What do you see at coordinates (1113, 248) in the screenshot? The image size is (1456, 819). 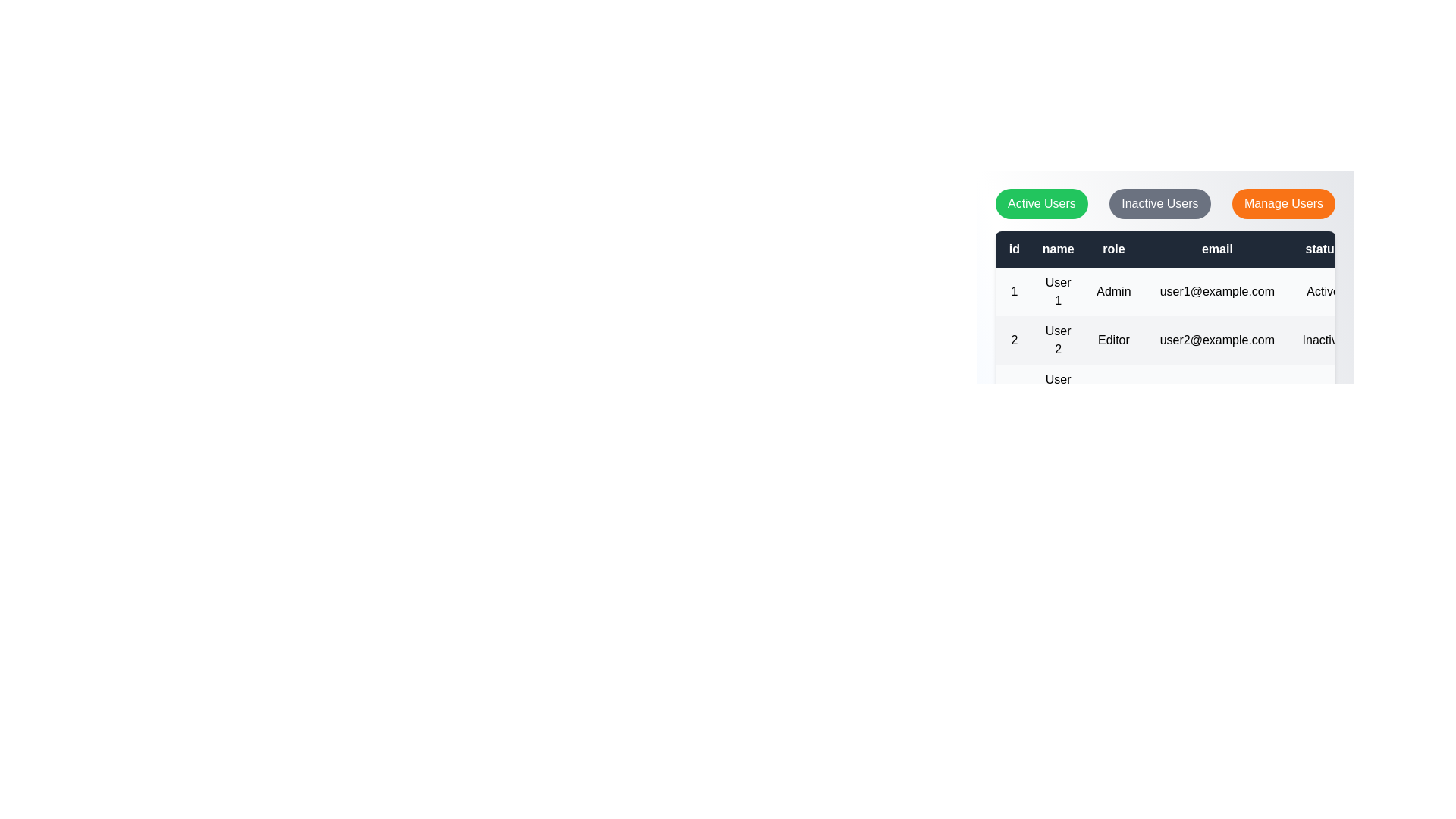 I see `the table header role to inspect its data` at bounding box center [1113, 248].